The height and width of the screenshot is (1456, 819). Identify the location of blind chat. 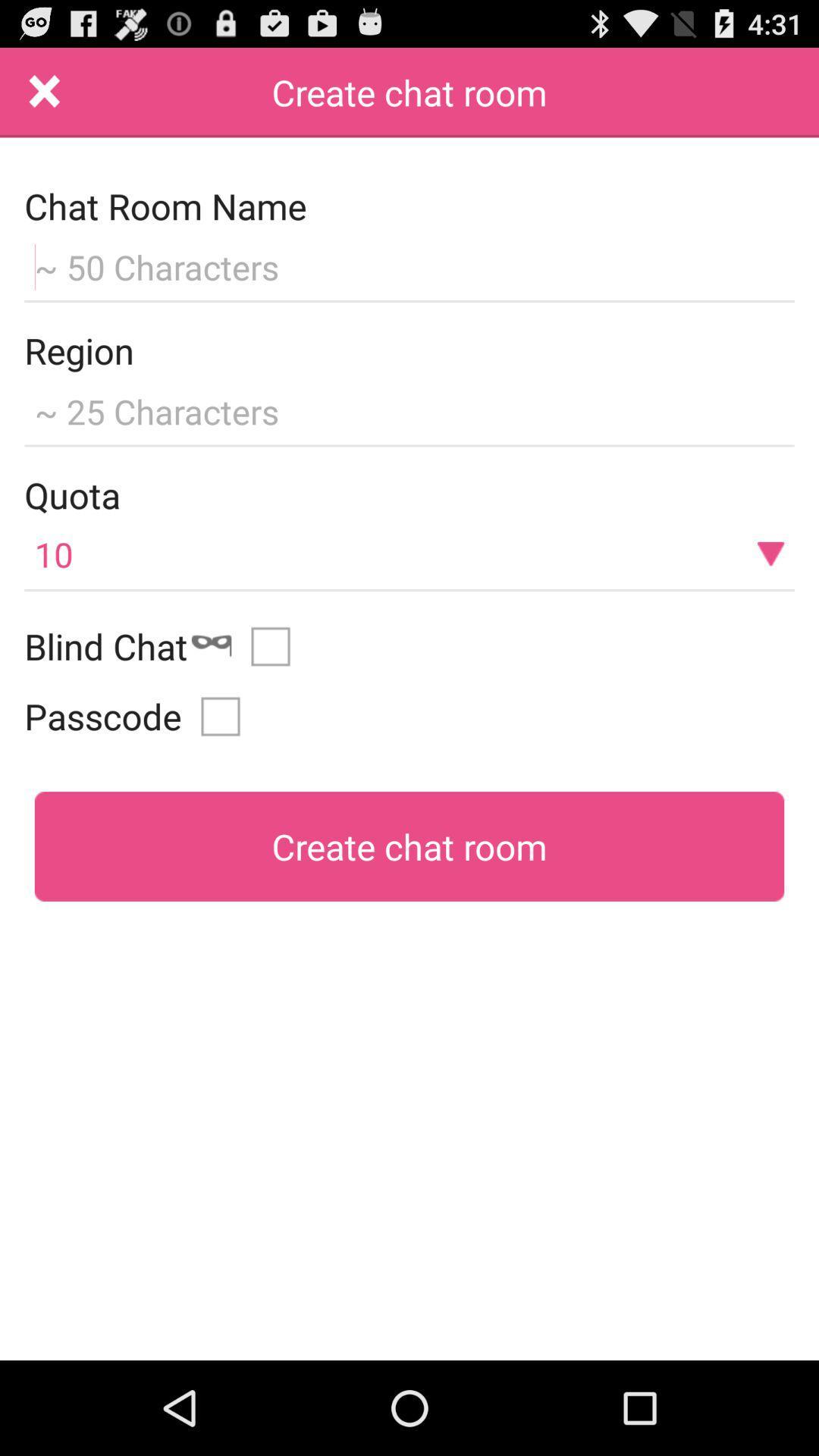
(276, 646).